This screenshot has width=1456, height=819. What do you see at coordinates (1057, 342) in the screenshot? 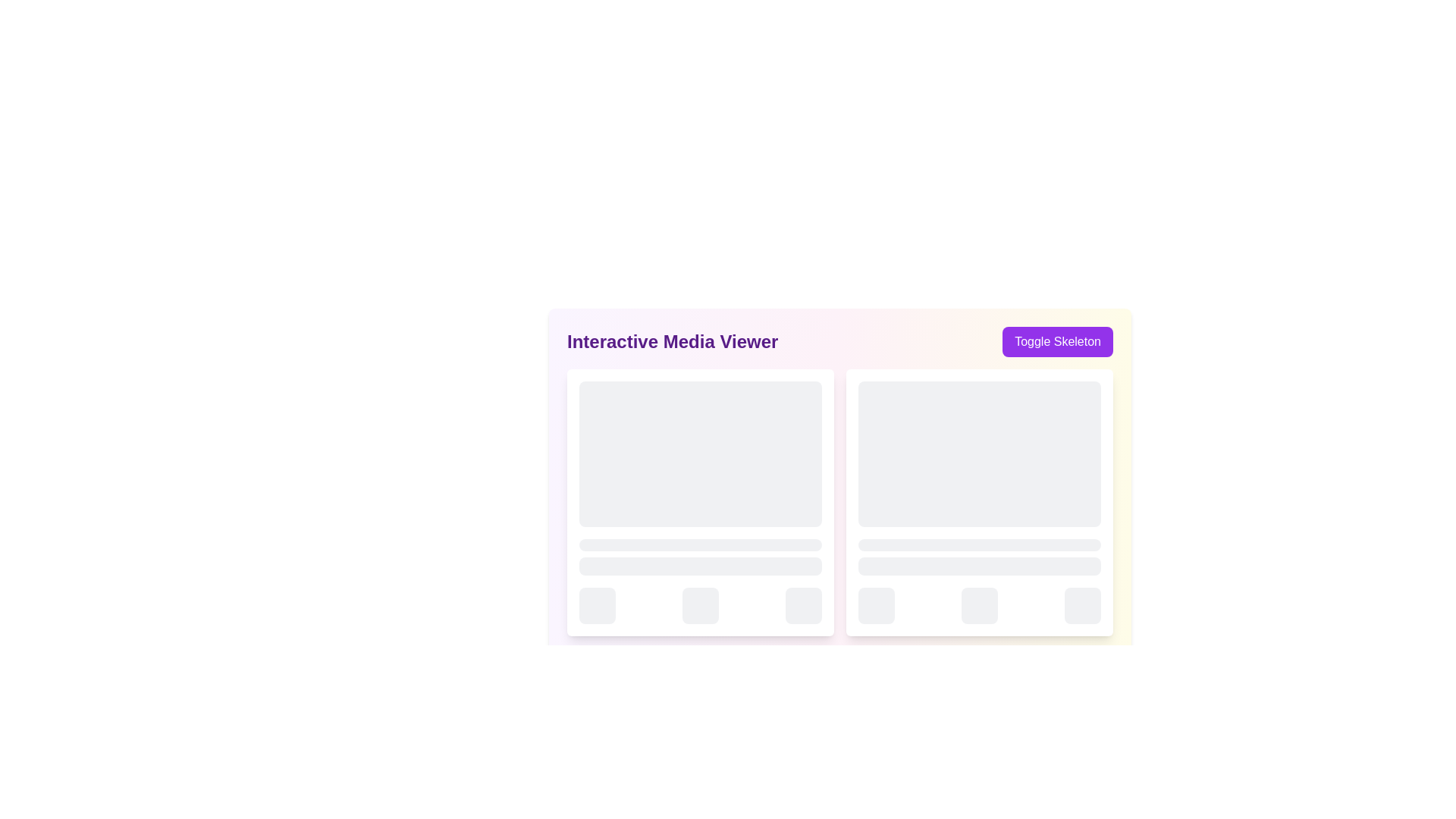
I see `the purple rectangular button labeled 'Toggle Skeleton'` at bounding box center [1057, 342].